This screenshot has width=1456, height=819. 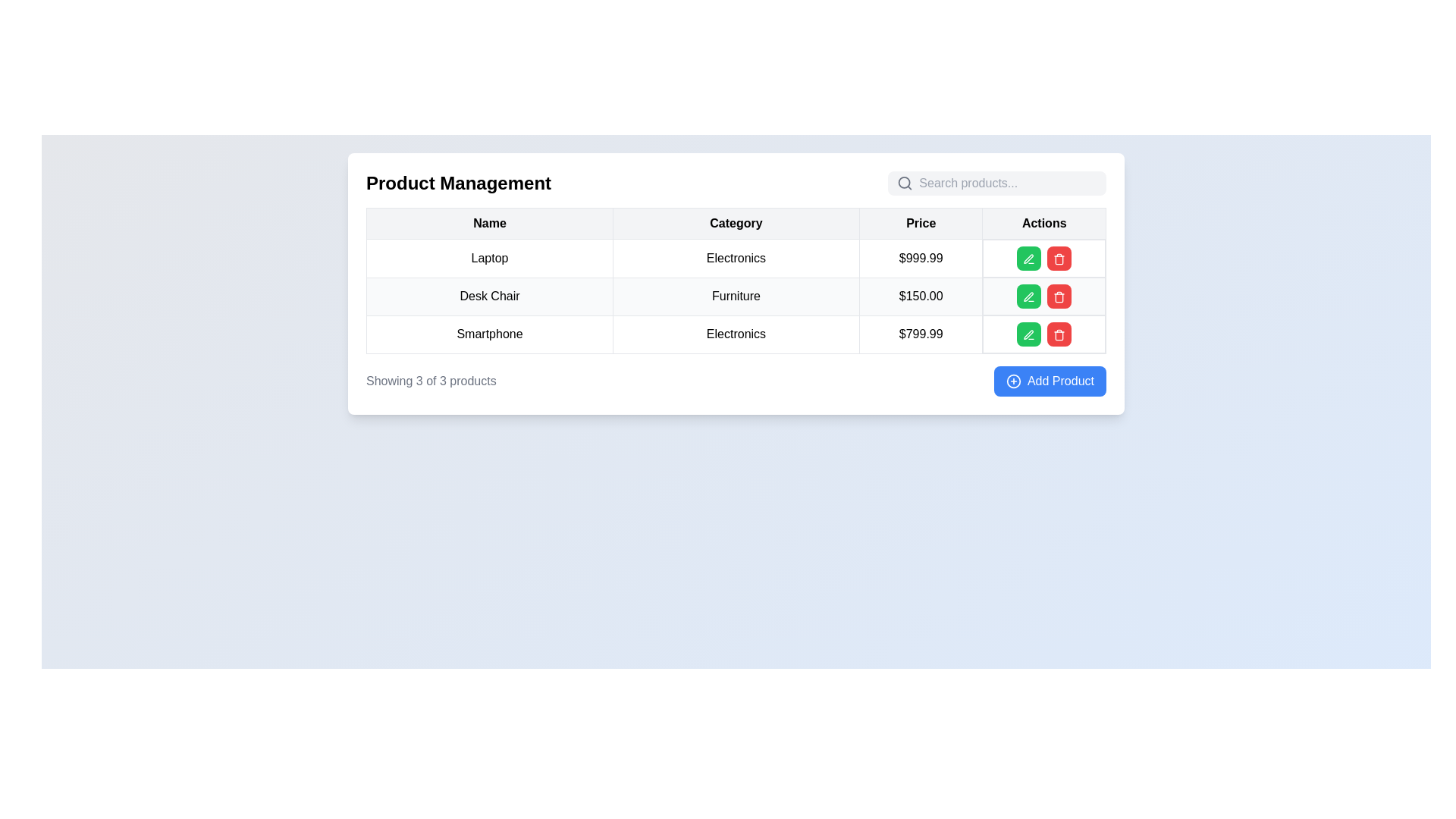 What do you see at coordinates (1029, 297) in the screenshot?
I see `the green pencil icon for editing actions in the 'Actions' column of the product management table` at bounding box center [1029, 297].